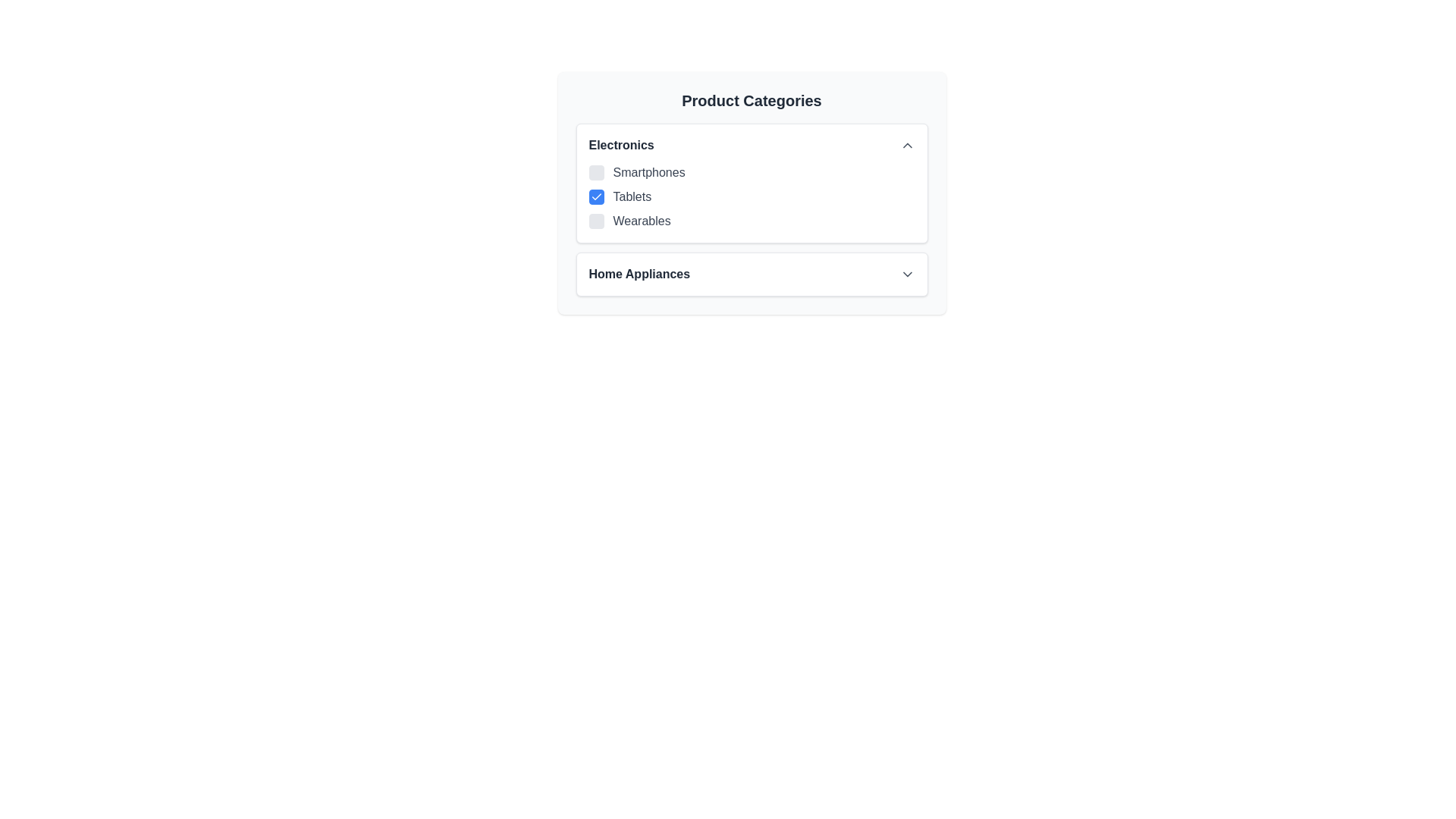 The height and width of the screenshot is (819, 1456). Describe the element at coordinates (621, 146) in the screenshot. I see `the 'Electronics' text label, which is bold and dark gray, indicating it represents a category within the 'Product Categories' section` at that location.